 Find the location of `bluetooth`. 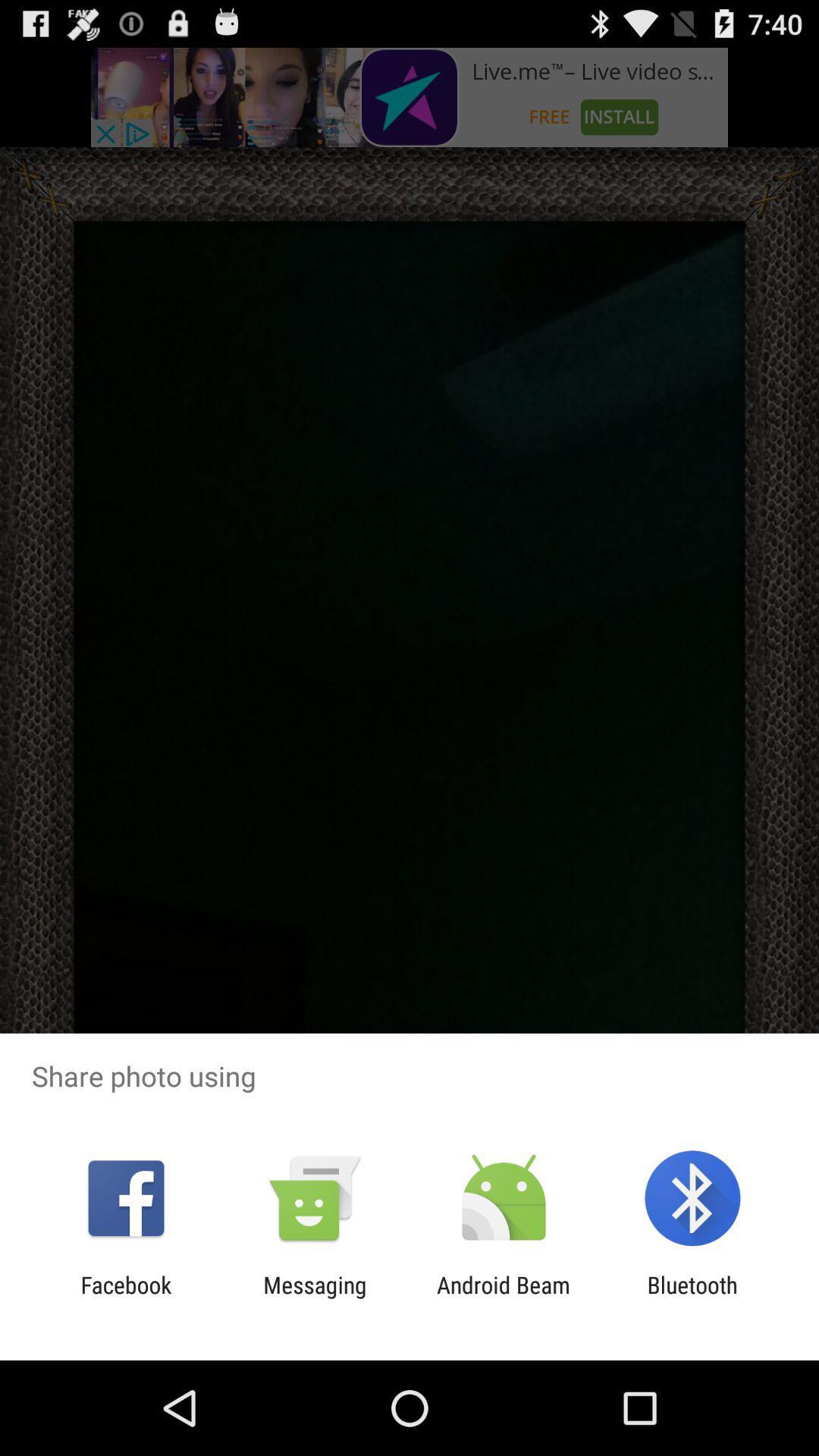

bluetooth is located at coordinates (692, 1298).